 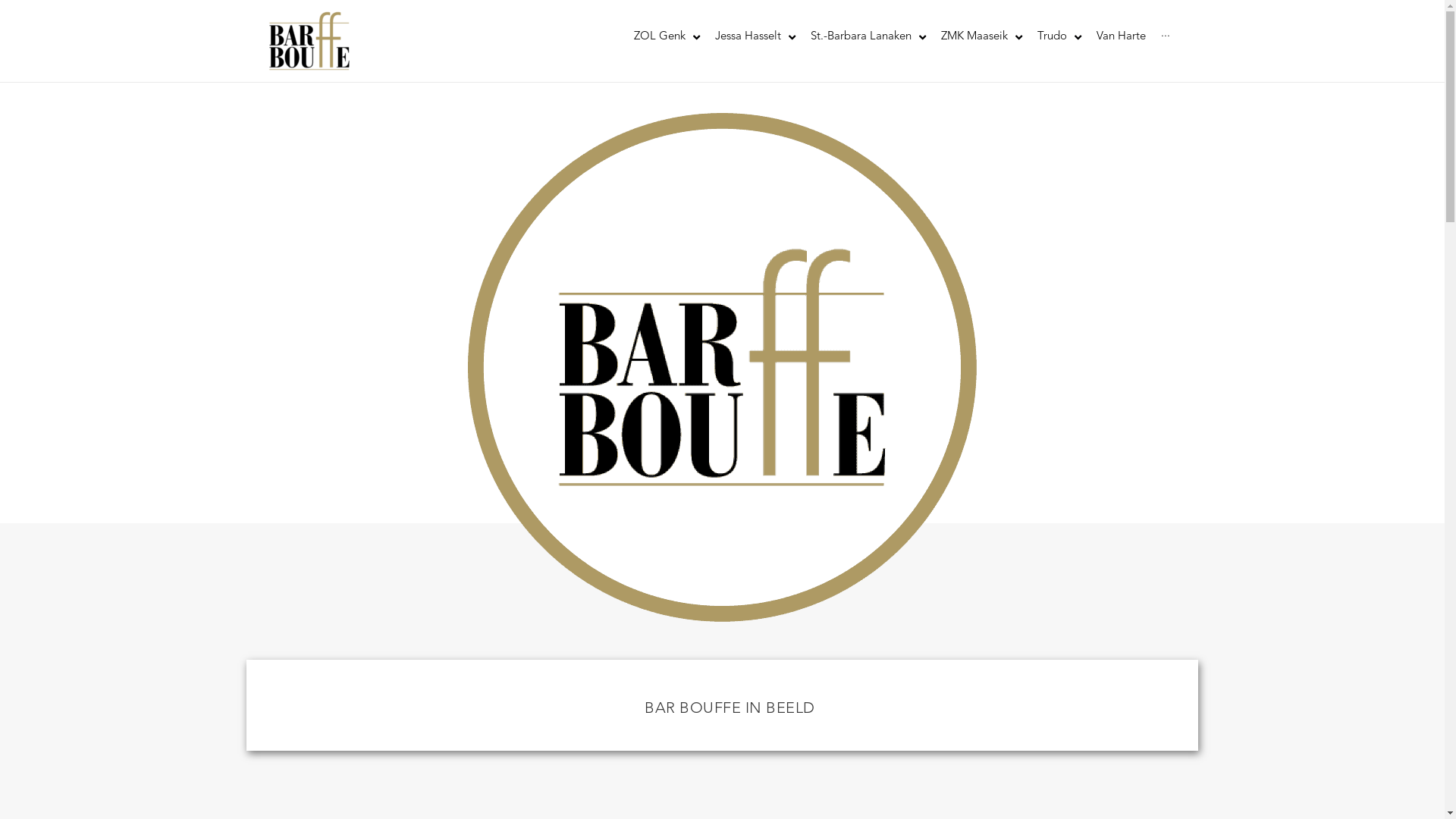 I want to click on 'Jessa Hasselt', so click(x=754, y=36).